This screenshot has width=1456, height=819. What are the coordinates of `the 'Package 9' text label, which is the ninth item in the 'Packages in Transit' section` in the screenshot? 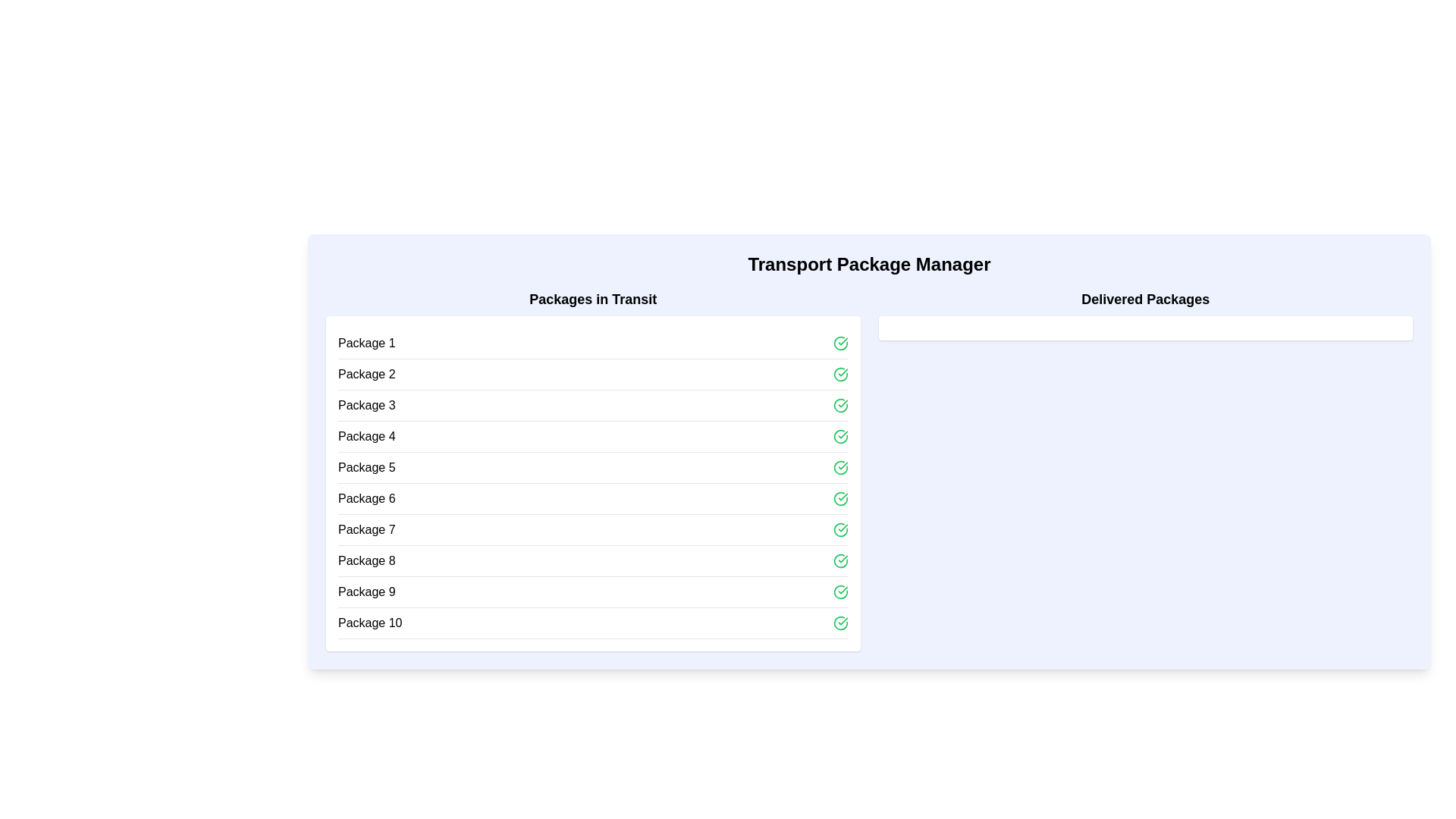 It's located at (366, 591).